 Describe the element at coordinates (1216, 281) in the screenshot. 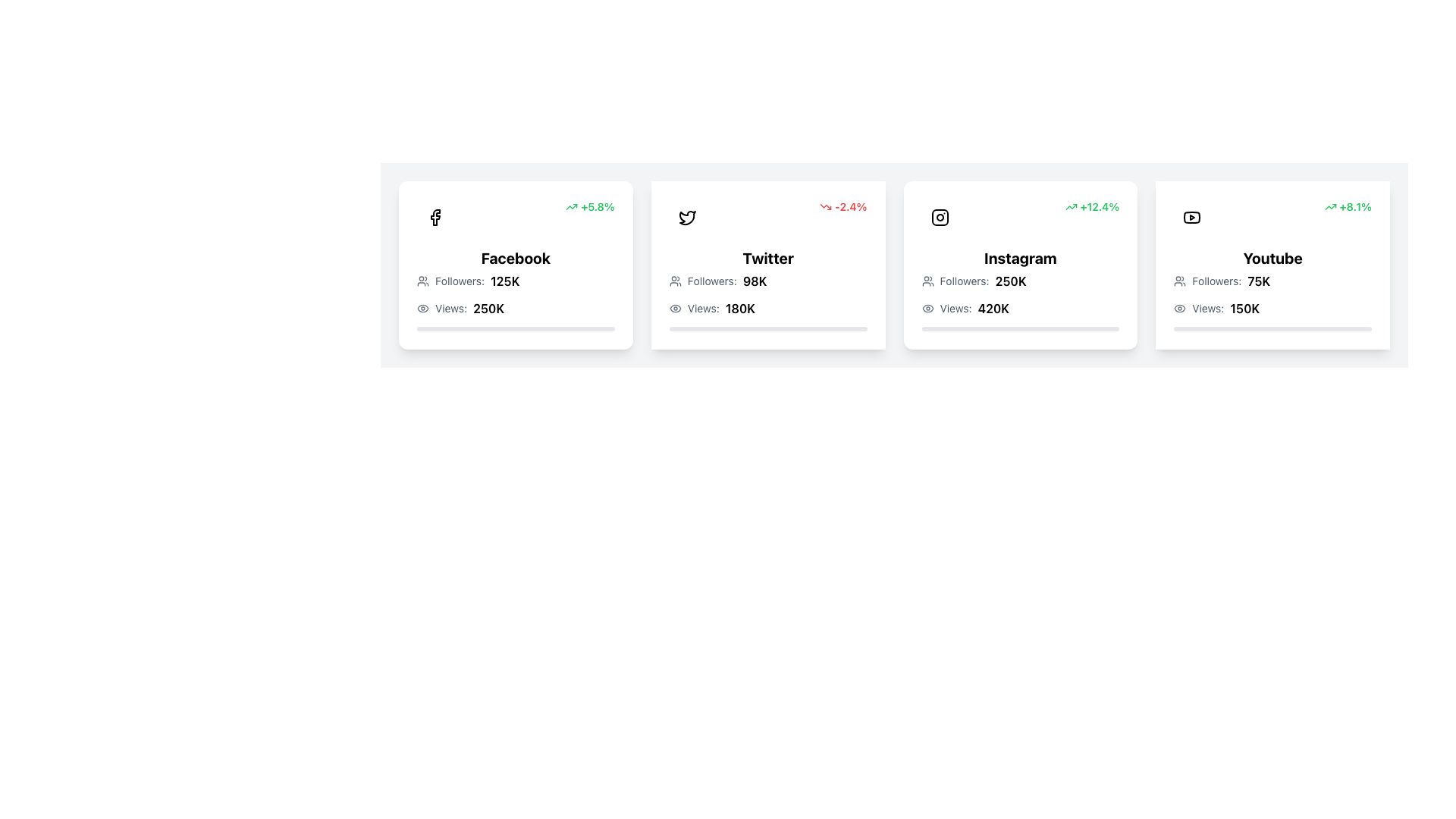

I see `the Text label indicating the number of followers for the YouTube platform, located within the YouTube card, positioned below the card's heading and above the views-related text` at that location.